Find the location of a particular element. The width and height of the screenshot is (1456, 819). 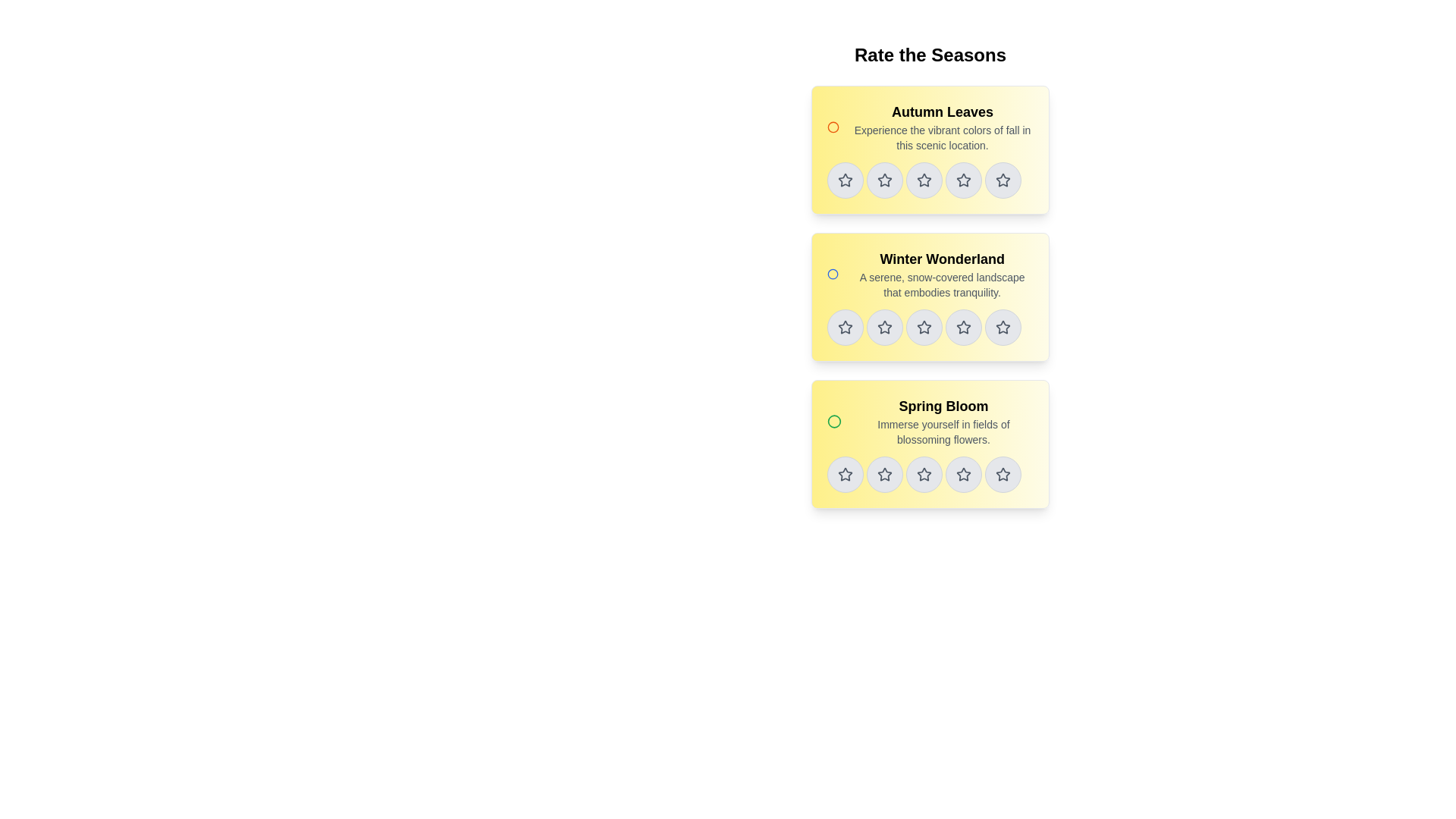

the fourth circular button with a dark gray outlined star icon is located at coordinates (963, 180).